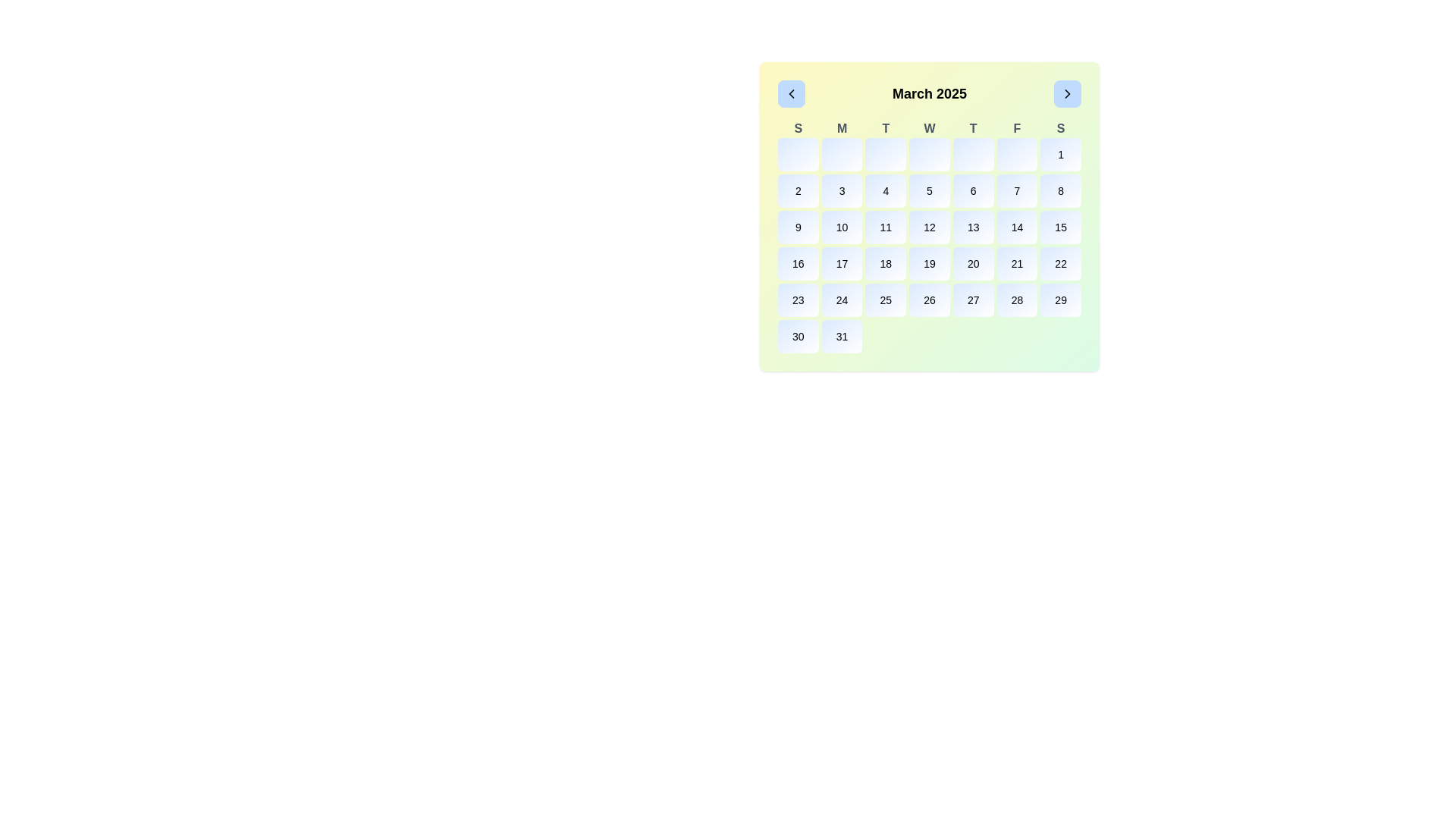 The width and height of the screenshot is (1456, 819). Describe the element at coordinates (973, 262) in the screenshot. I see `the button representing the 20th day of March 2025 in the calendar interface` at that location.